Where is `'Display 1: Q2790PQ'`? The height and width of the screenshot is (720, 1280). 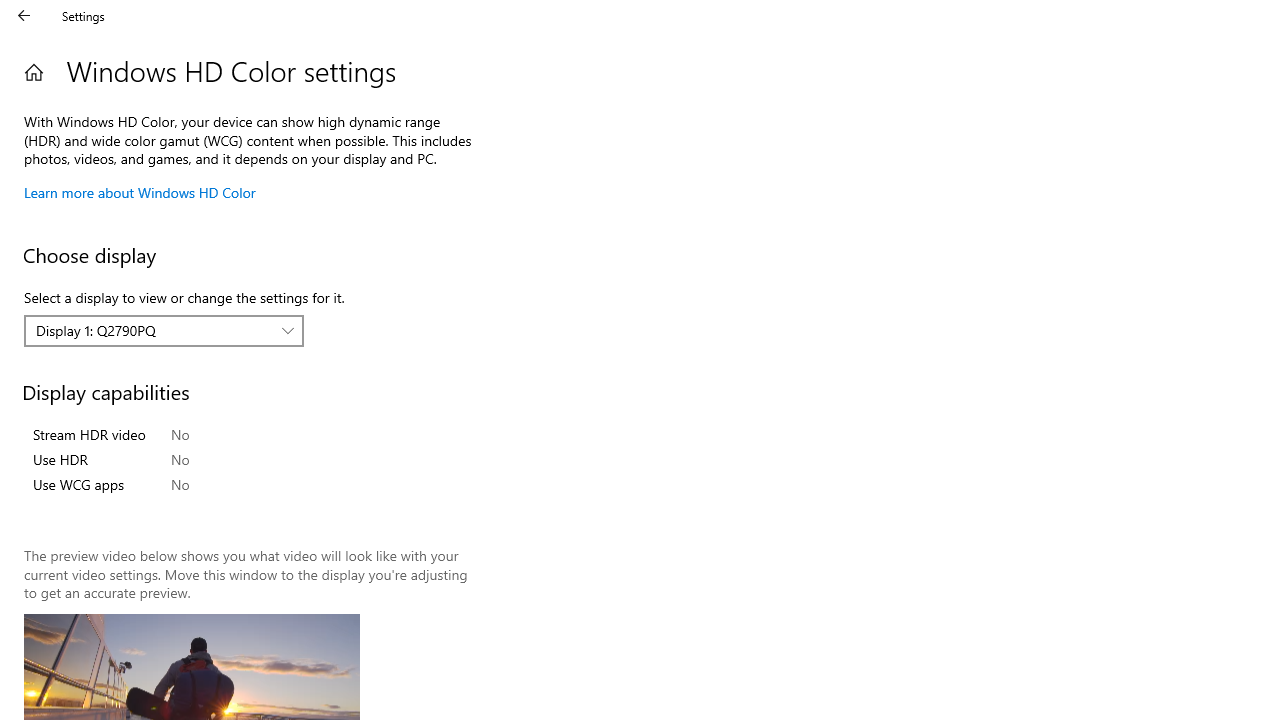 'Display 1: Q2790PQ' is located at coordinates (152, 329).